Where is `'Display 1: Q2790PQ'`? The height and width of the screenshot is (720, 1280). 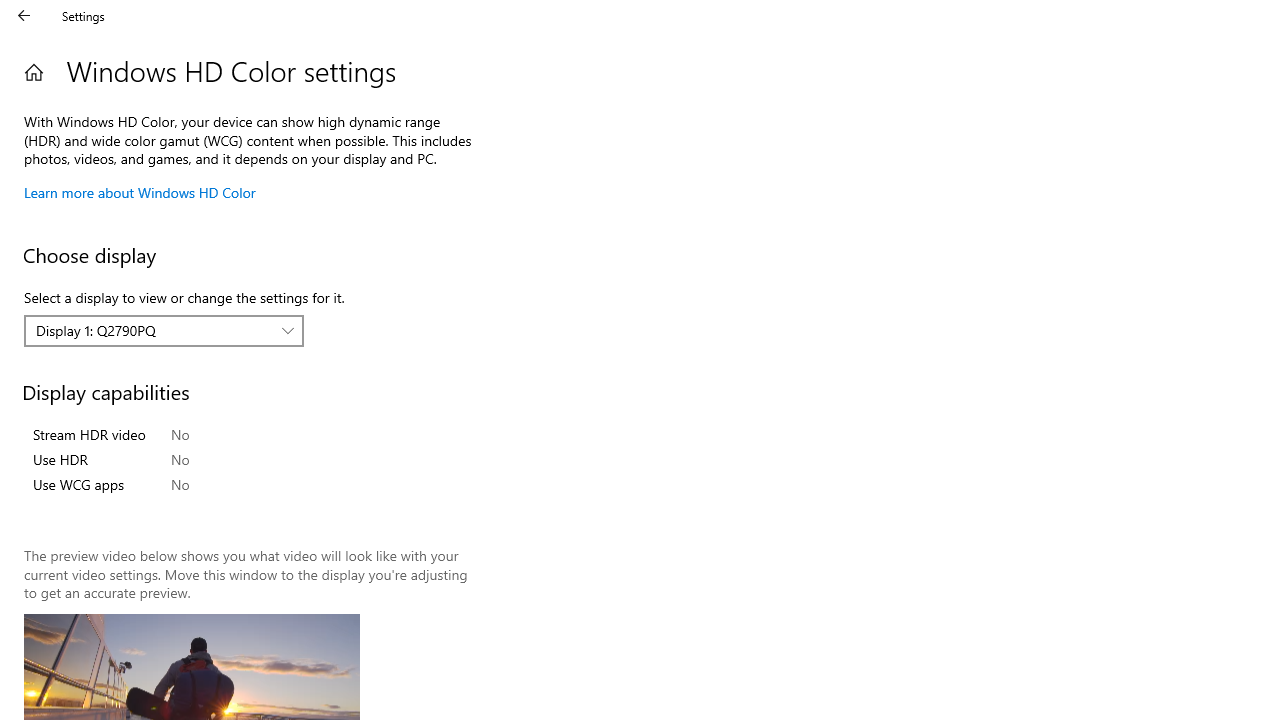 'Display 1: Q2790PQ' is located at coordinates (152, 329).